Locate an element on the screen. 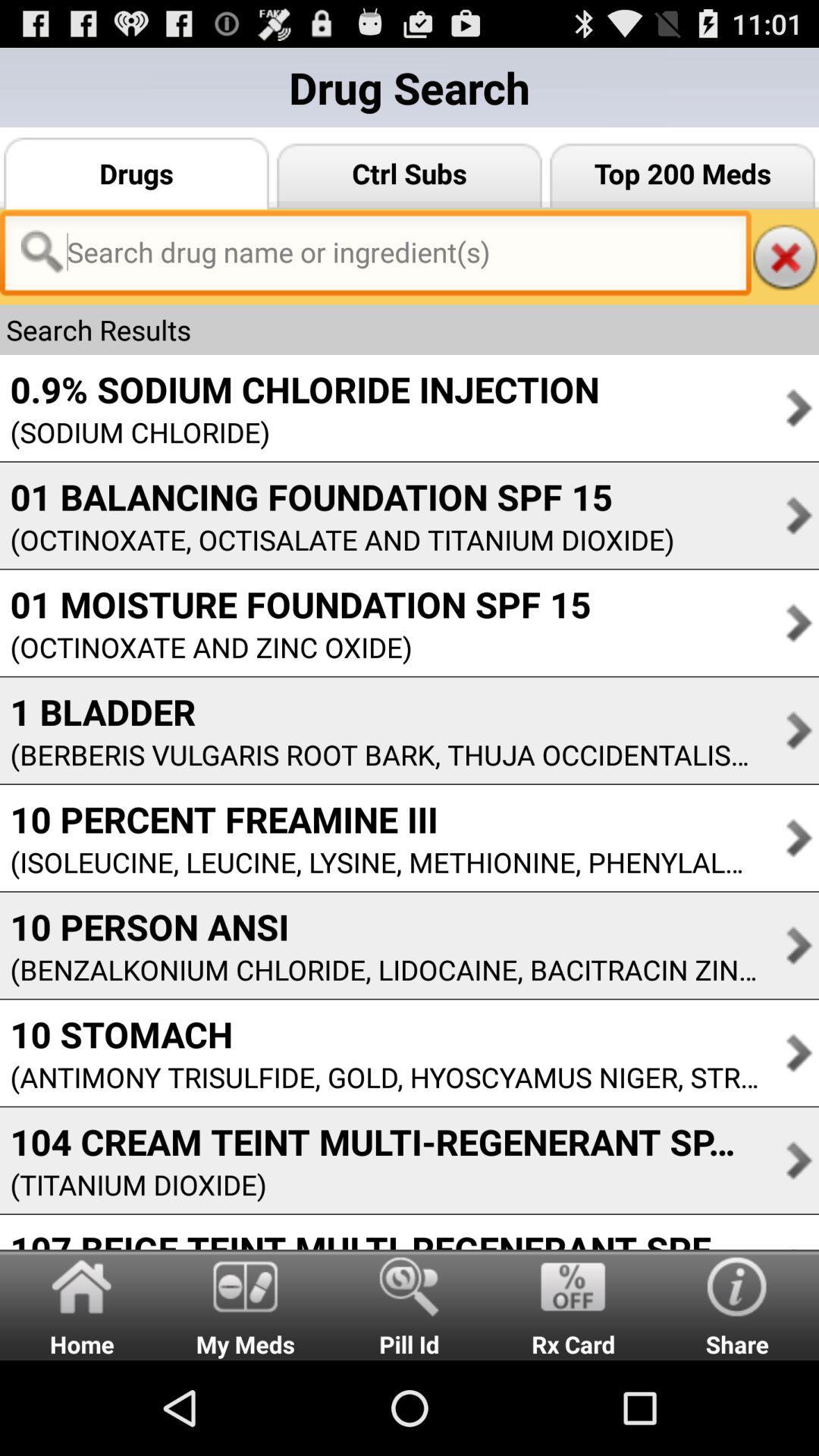 The width and height of the screenshot is (819, 1456). the close icon is located at coordinates (785, 275).